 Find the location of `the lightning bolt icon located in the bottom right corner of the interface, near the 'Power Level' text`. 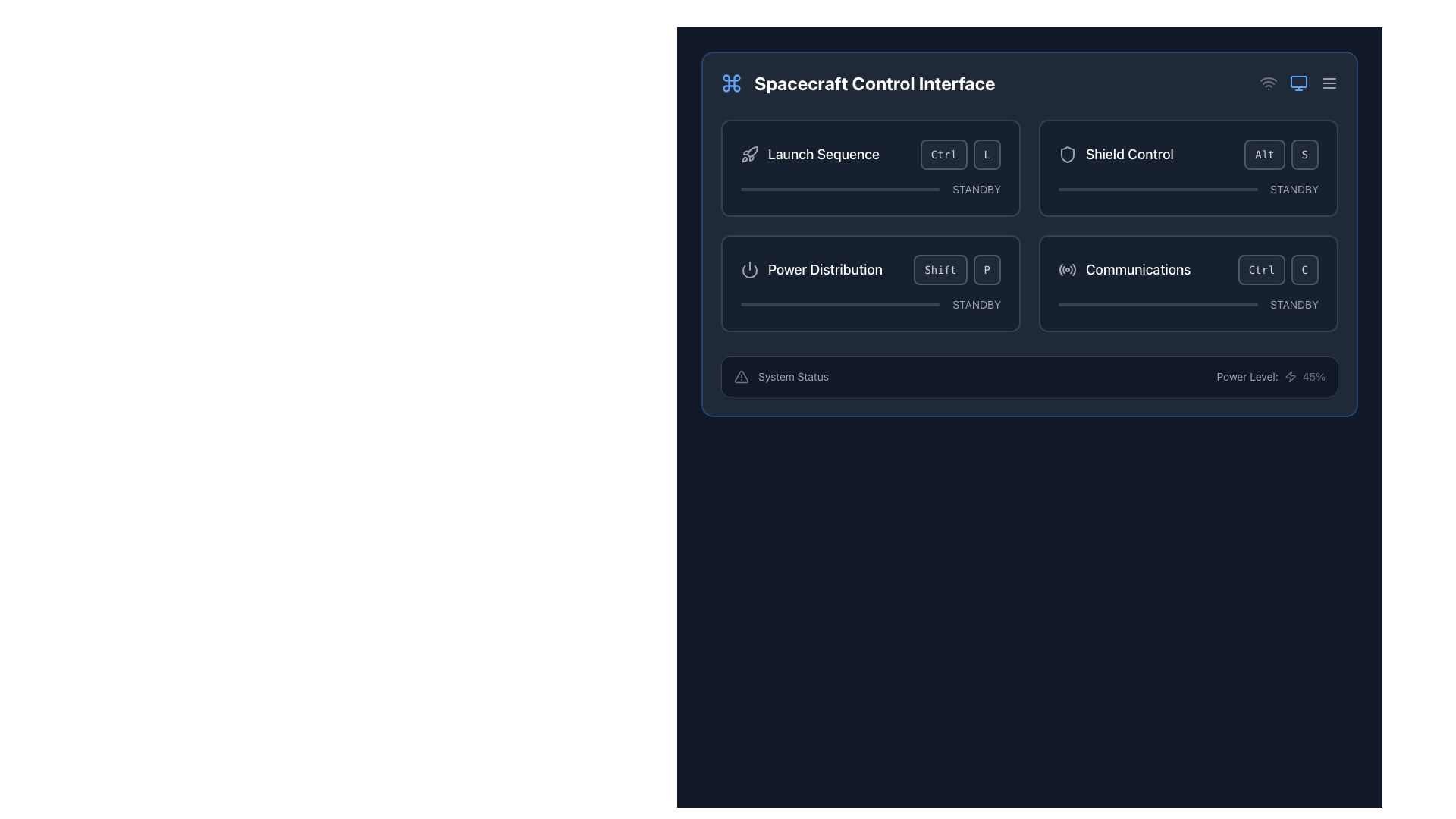

the lightning bolt icon located in the bottom right corner of the interface, near the 'Power Level' text is located at coordinates (1289, 376).